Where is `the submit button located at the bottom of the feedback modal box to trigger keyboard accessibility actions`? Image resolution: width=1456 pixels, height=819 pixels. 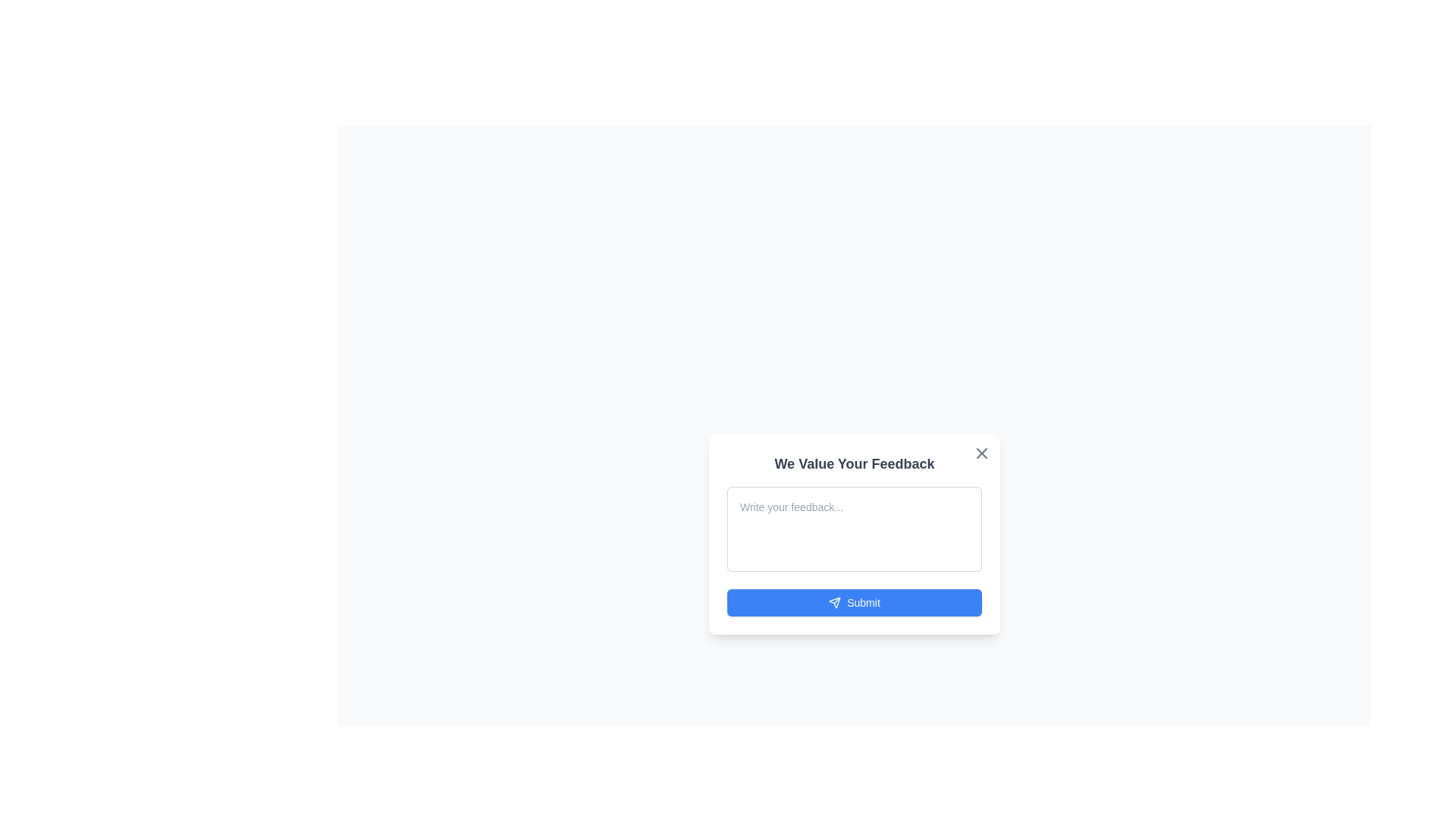 the submit button located at the bottom of the feedback modal box to trigger keyboard accessibility actions is located at coordinates (855, 601).